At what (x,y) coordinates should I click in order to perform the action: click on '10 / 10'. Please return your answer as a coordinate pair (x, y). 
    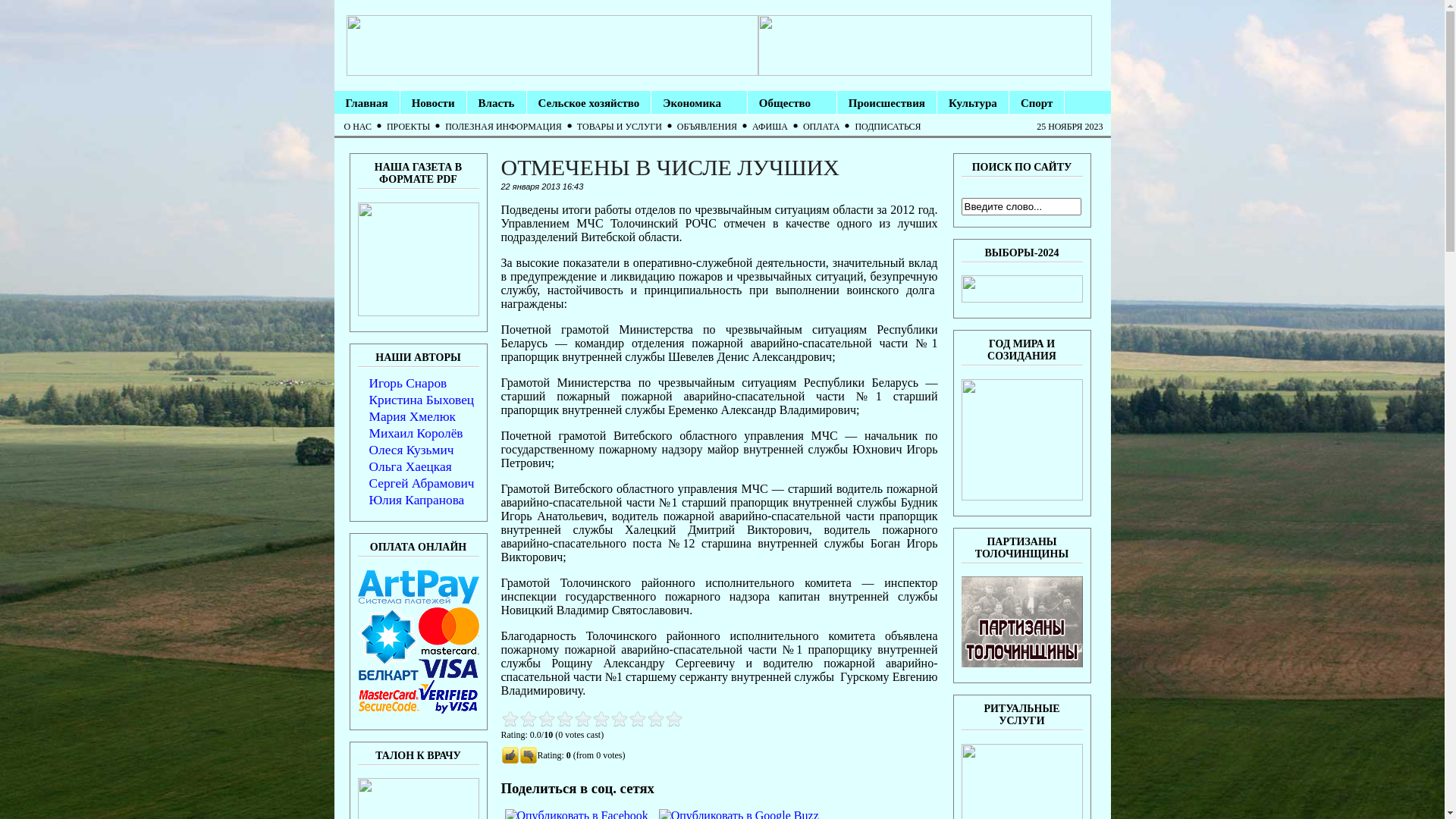
    Looking at the image, I should click on (590, 718).